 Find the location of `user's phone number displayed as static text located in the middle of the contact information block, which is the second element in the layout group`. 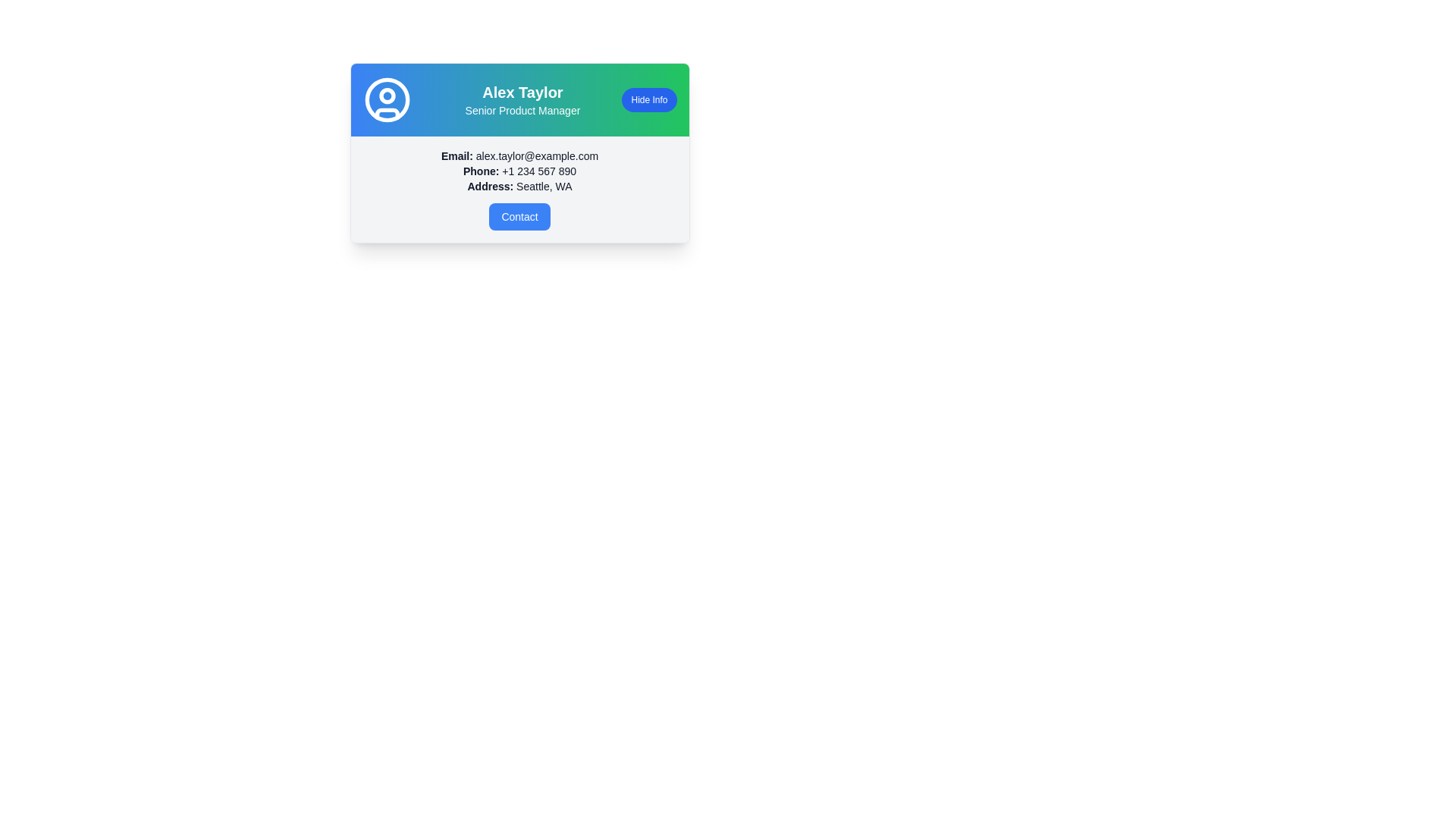

user's phone number displayed as static text located in the middle of the contact information block, which is the second element in the layout group is located at coordinates (519, 171).